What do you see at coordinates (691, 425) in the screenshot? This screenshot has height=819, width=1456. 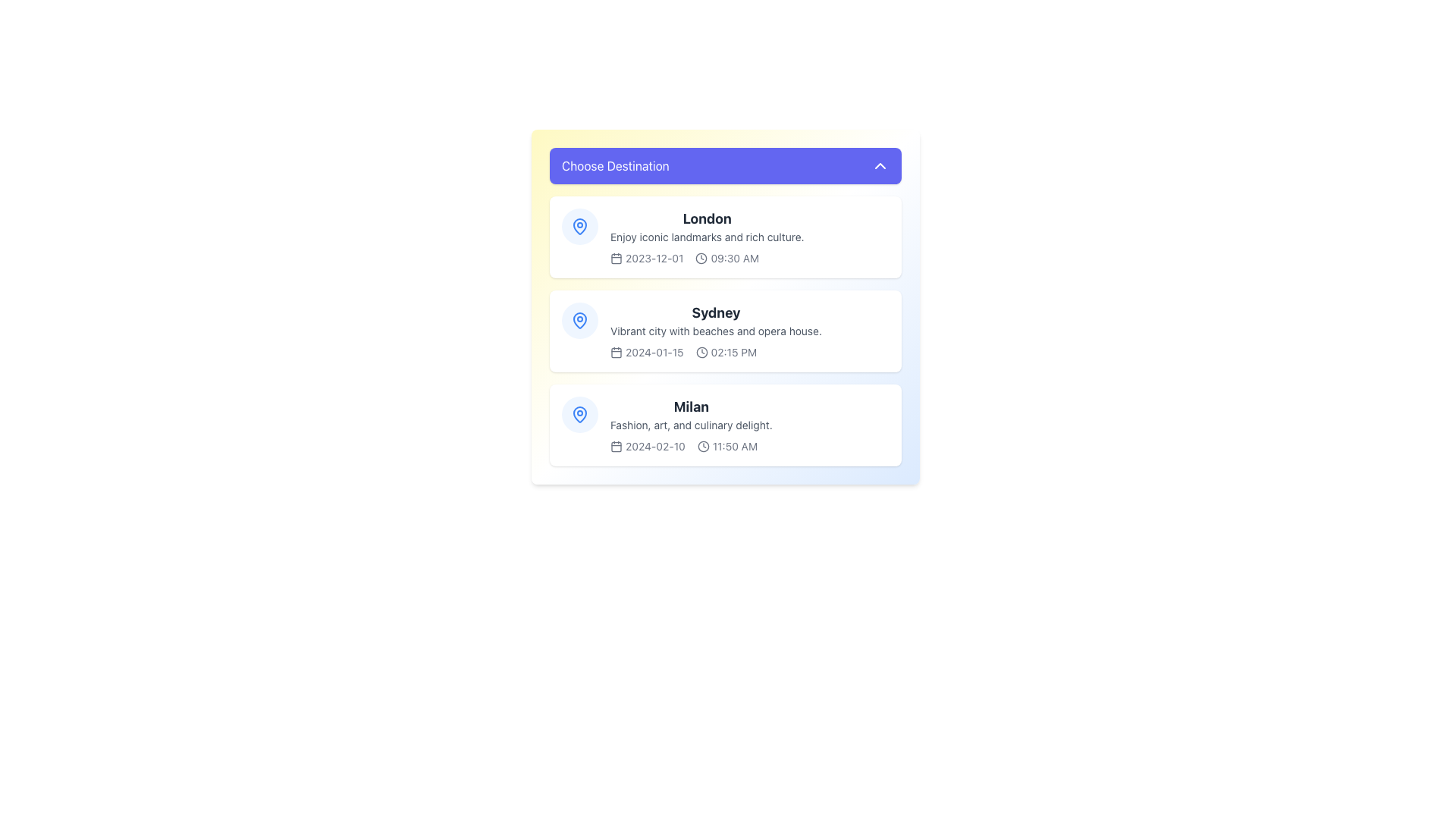 I see `the text label that reads 'Fashion, art, and culinary delight.' positioned beneath the 'Milan' title and above the timestamp` at bounding box center [691, 425].